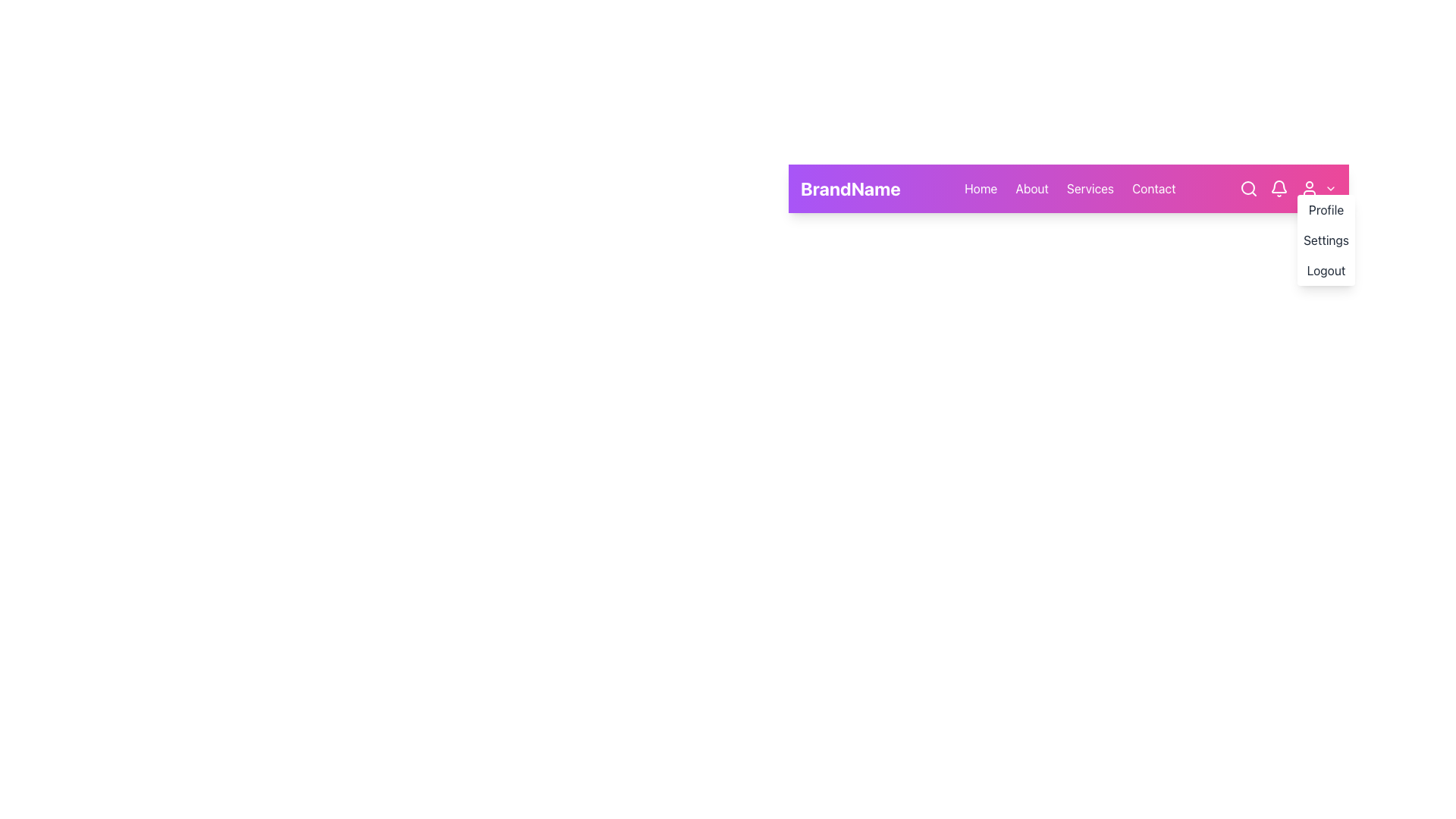  What do you see at coordinates (1330, 188) in the screenshot?
I see `the downward-pointing chevron icon located at the far right end of the navigation bar, adjacent to the user profile icon` at bounding box center [1330, 188].